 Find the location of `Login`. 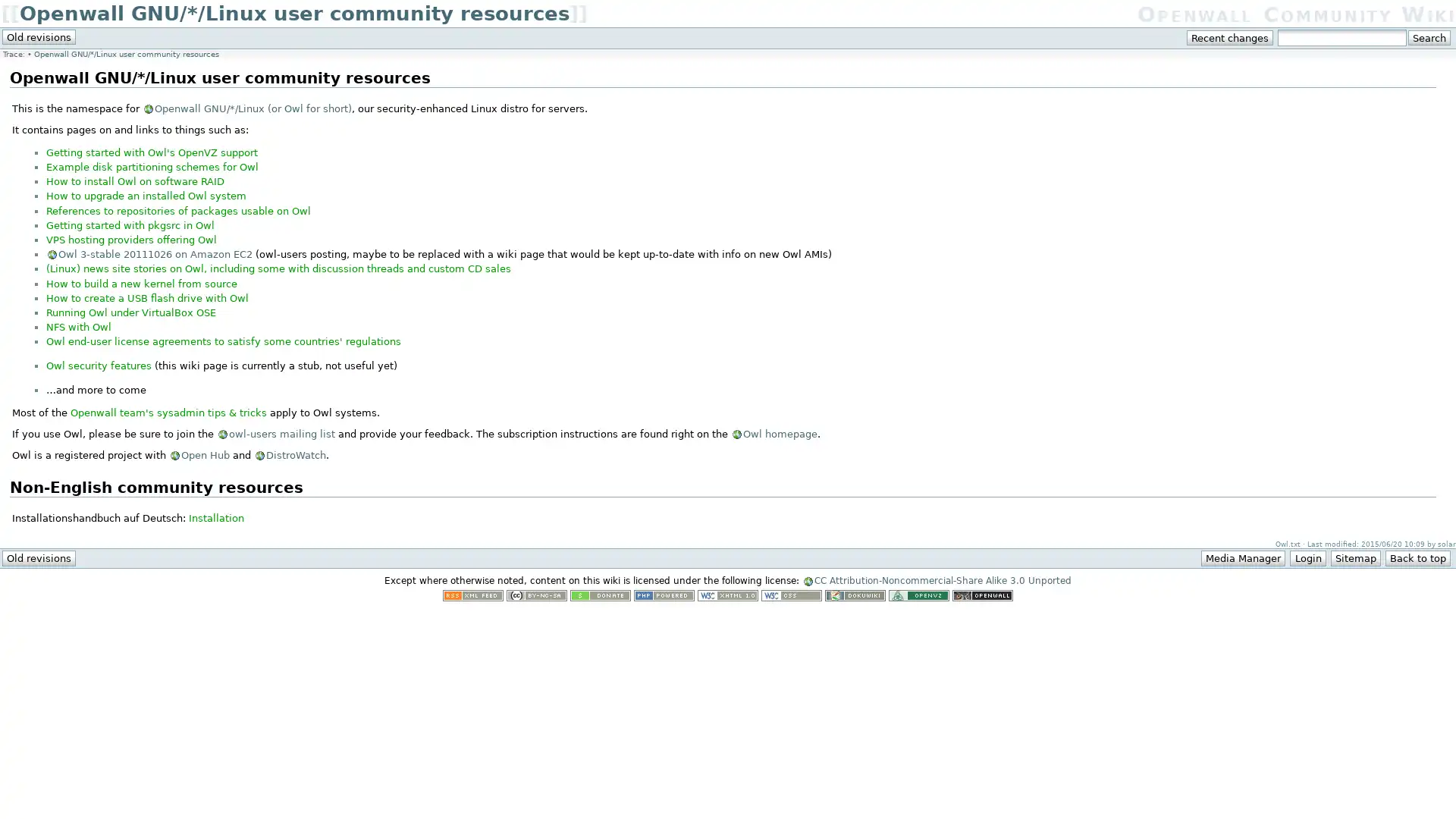

Login is located at coordinates (1307, 558).